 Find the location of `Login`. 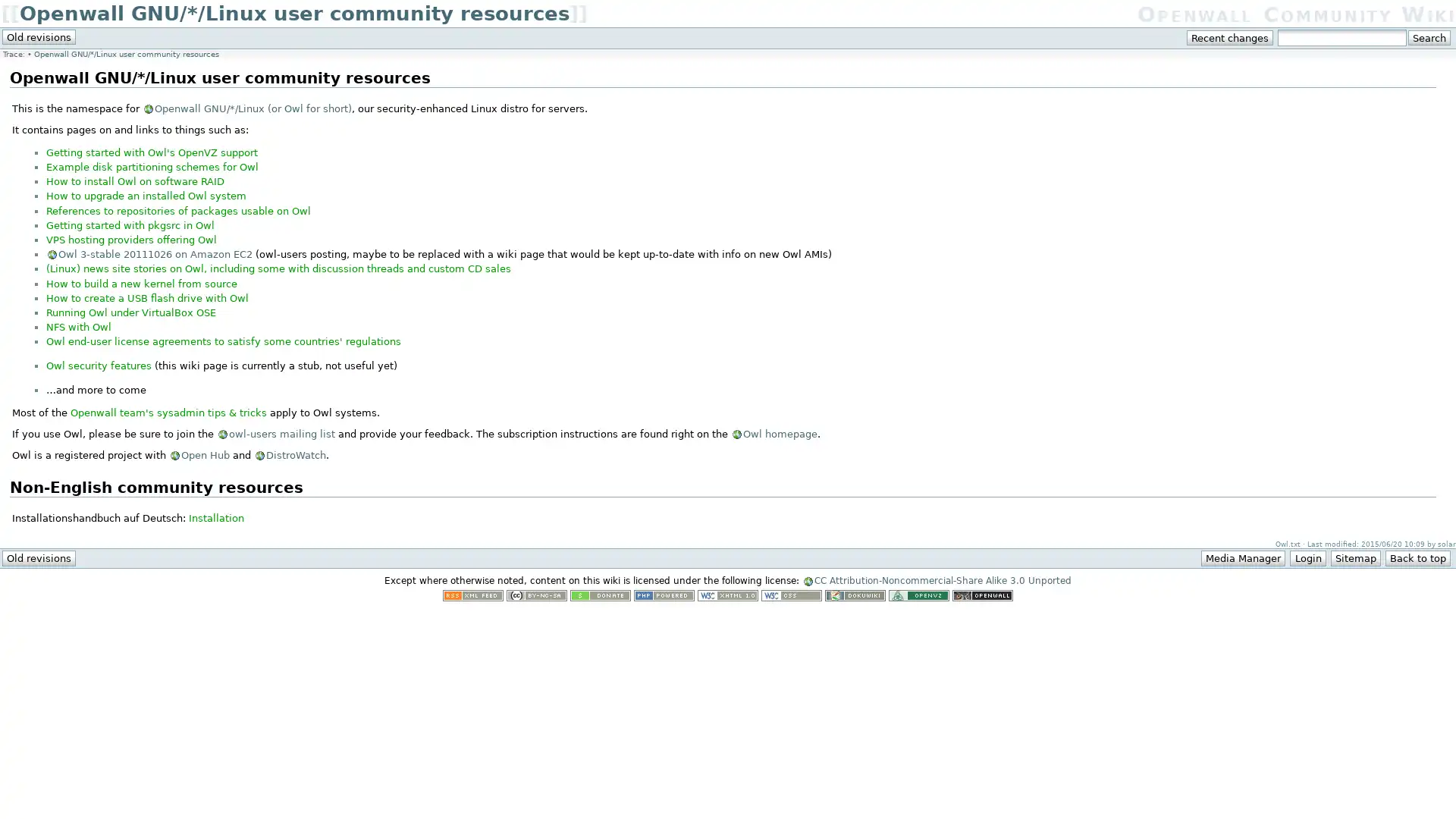

Login is located at coordinates (1307, 558).